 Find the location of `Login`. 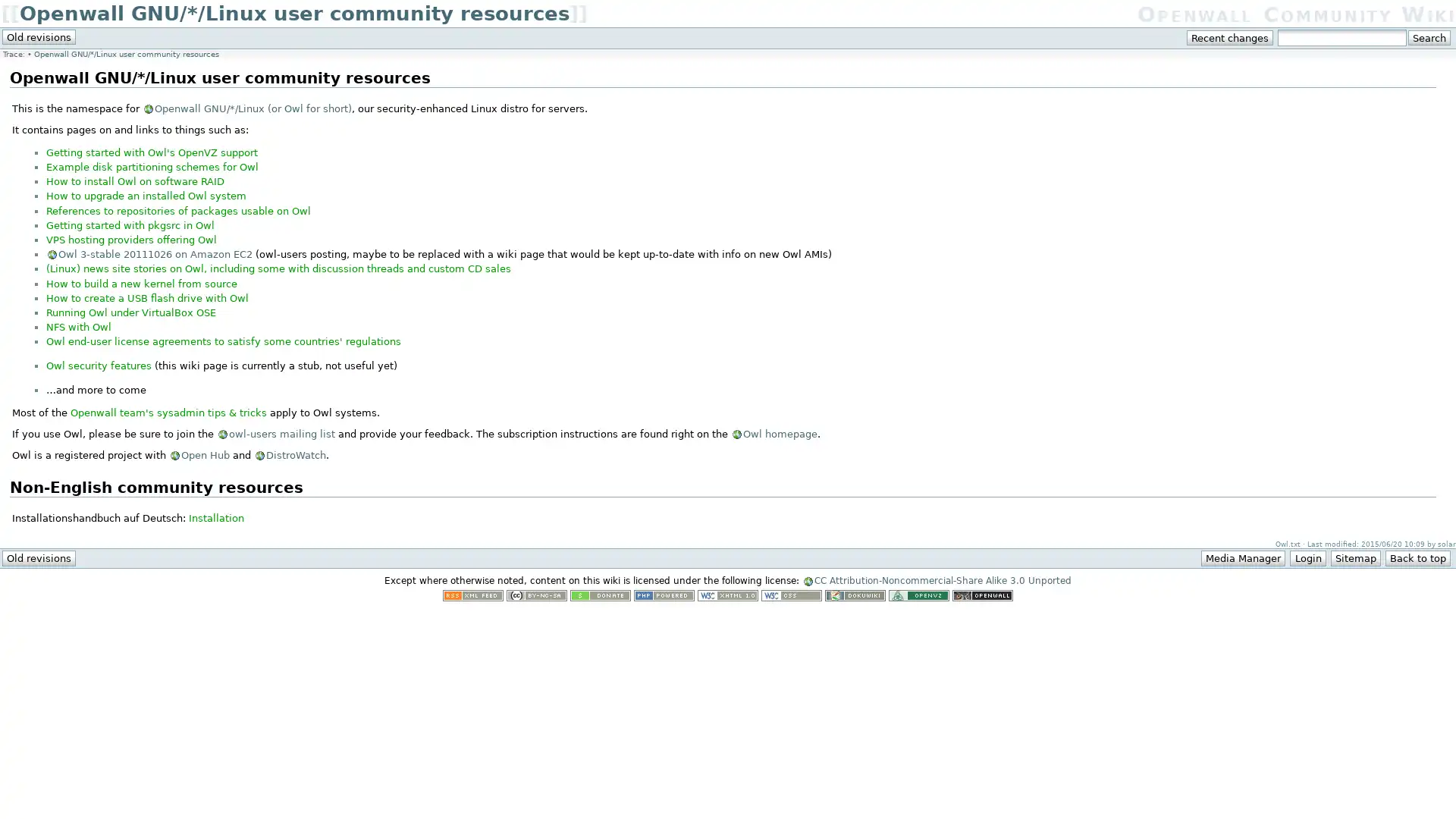

Login is located at coordinates (1307, 558).